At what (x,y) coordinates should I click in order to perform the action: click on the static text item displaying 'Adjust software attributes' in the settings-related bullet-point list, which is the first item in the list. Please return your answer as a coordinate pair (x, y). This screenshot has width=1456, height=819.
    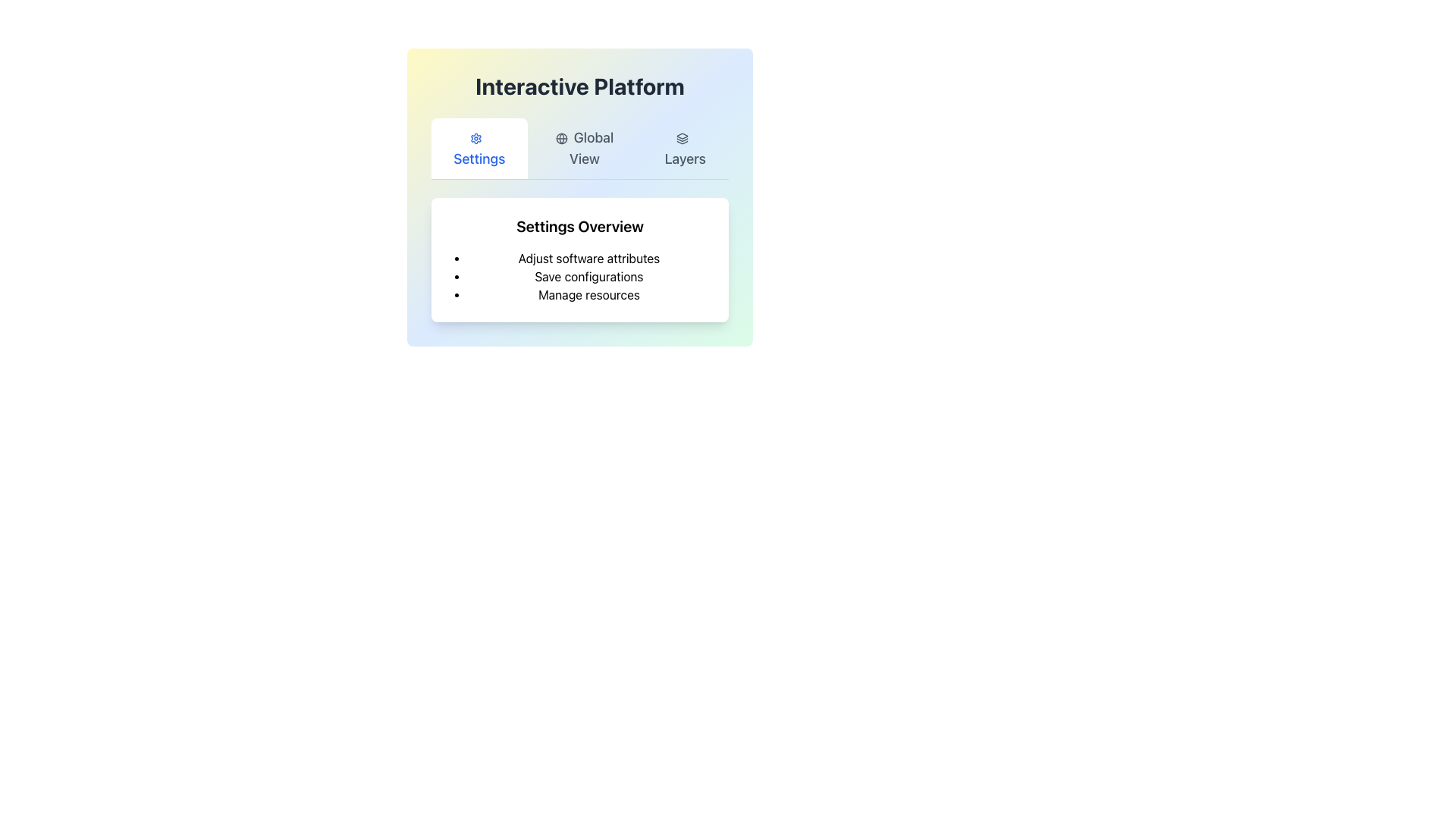
    Looking at the image, I should click on (588, 257).